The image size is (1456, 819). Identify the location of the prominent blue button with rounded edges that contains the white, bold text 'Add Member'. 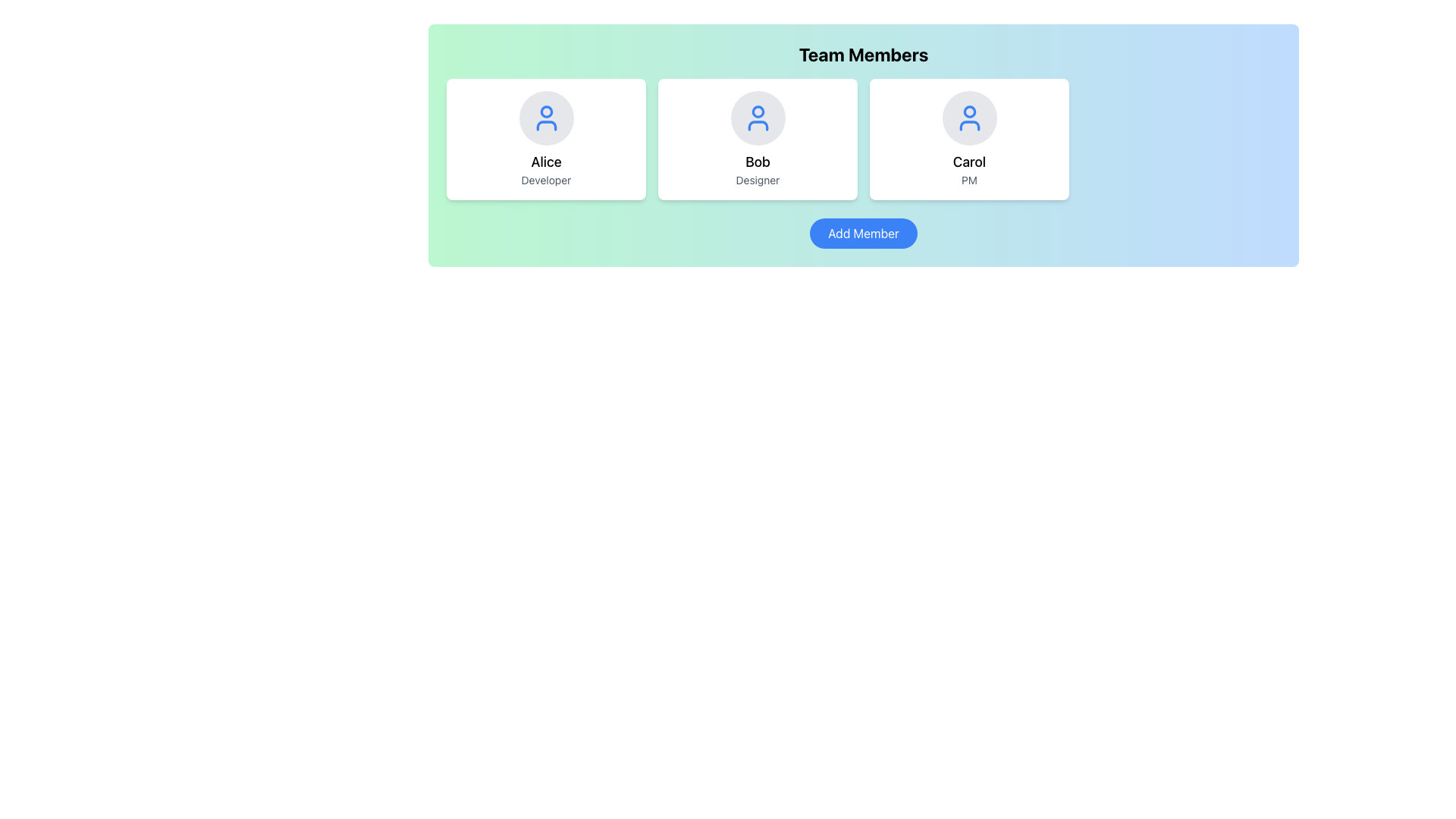
(863, 234).